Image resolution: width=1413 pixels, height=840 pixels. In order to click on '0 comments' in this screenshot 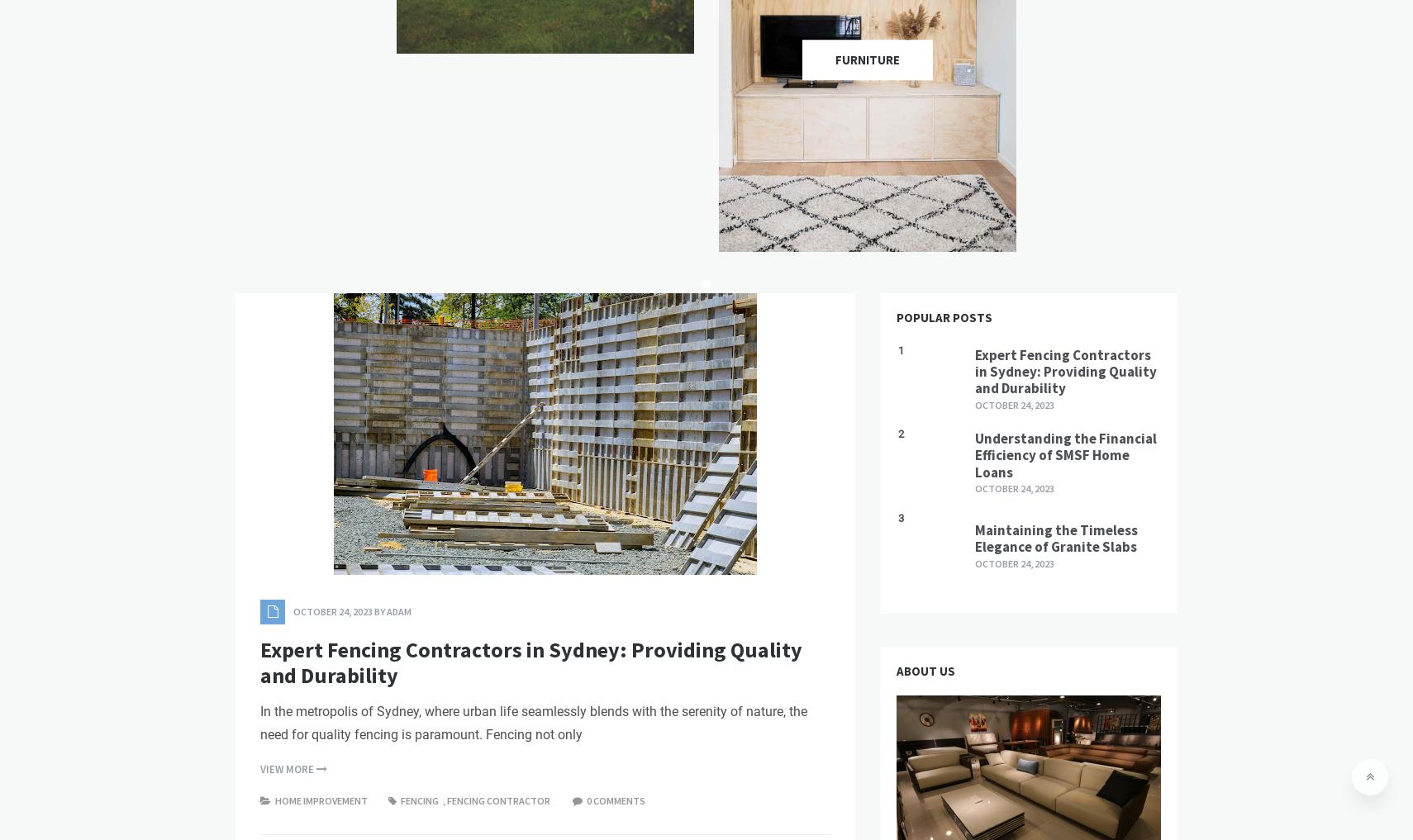, I will do `click(586, 800)`.